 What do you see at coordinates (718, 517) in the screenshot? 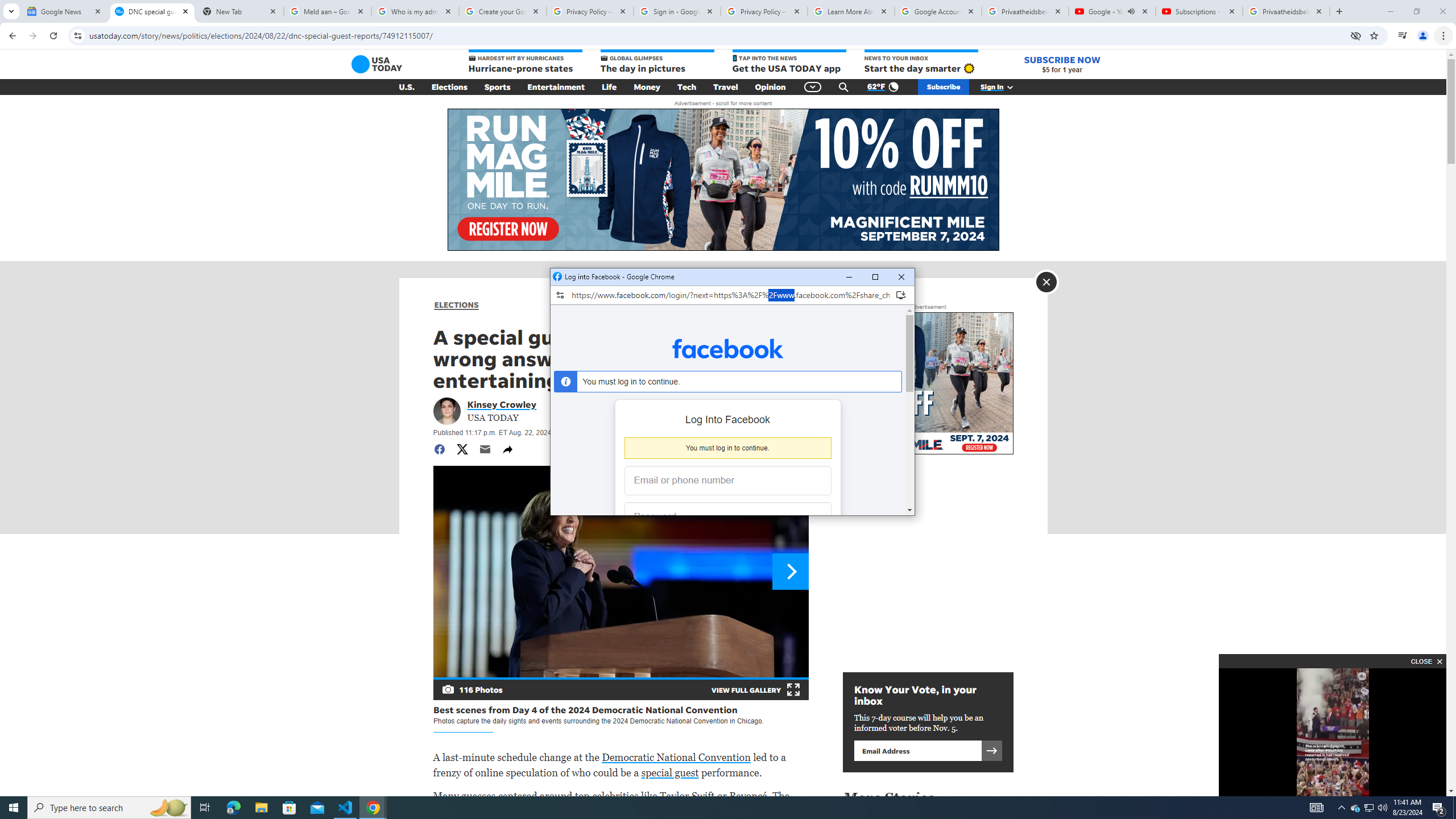
I see `'Password'` at bounding box center [718, 517].